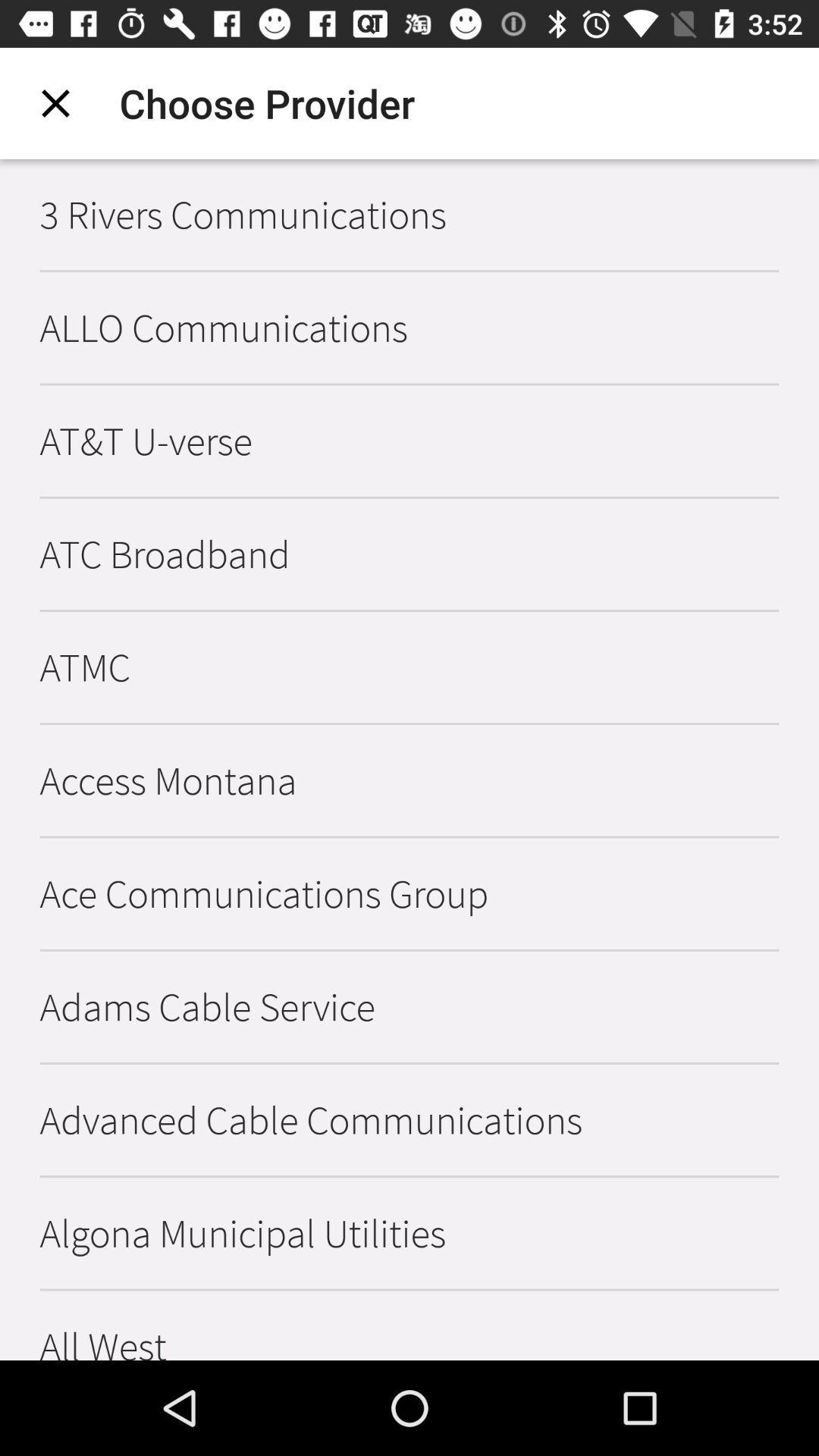 The width and height of the screenshot is (819, 1456). What do you see at coordinates (55, 102) in the screenshot?
I see `item above the 3 rivers communications item` at bounding box center [55, 102].